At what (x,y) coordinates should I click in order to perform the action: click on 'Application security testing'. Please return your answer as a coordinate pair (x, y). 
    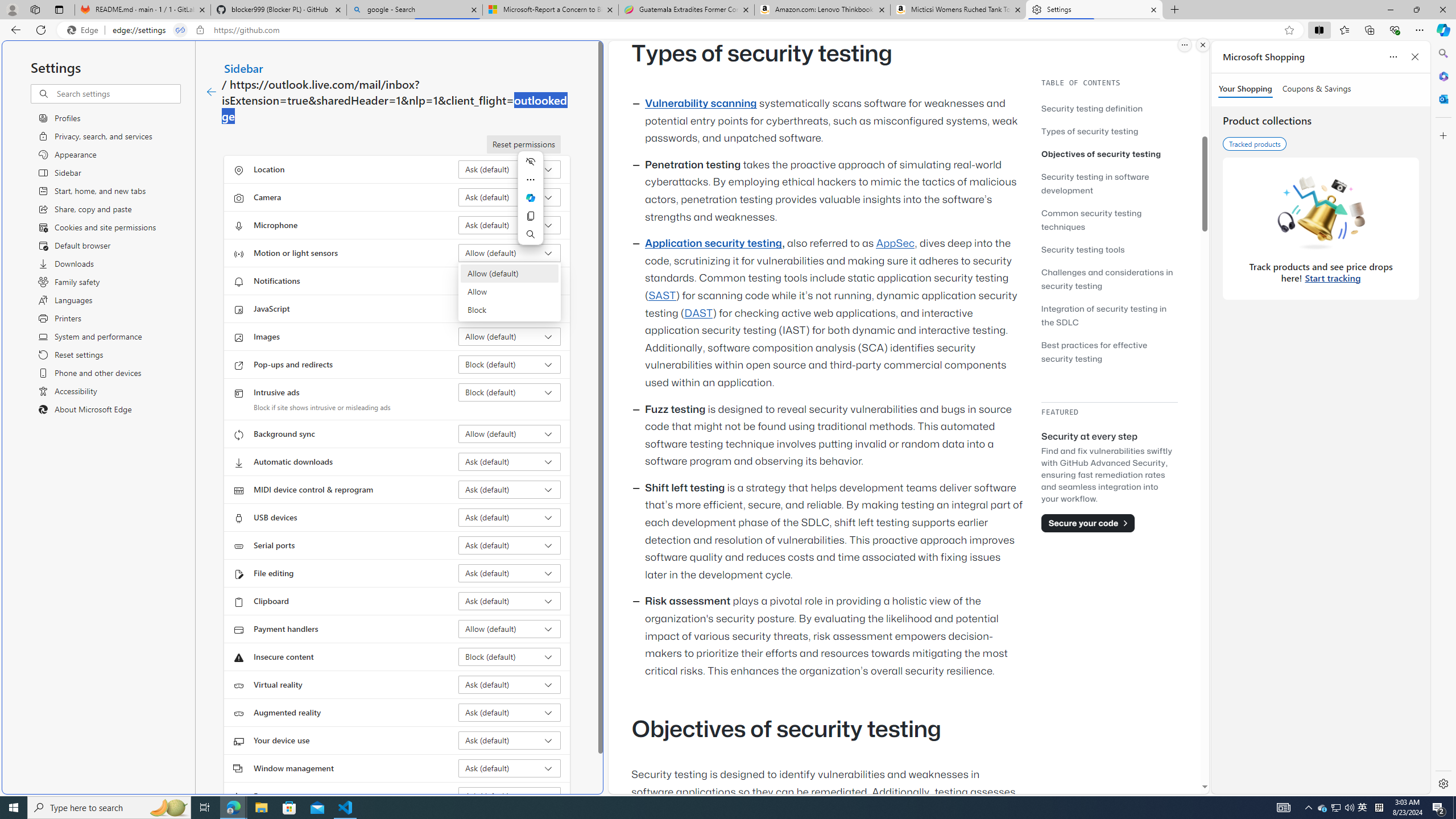
    Looking at the image, I should click on (713, 243).